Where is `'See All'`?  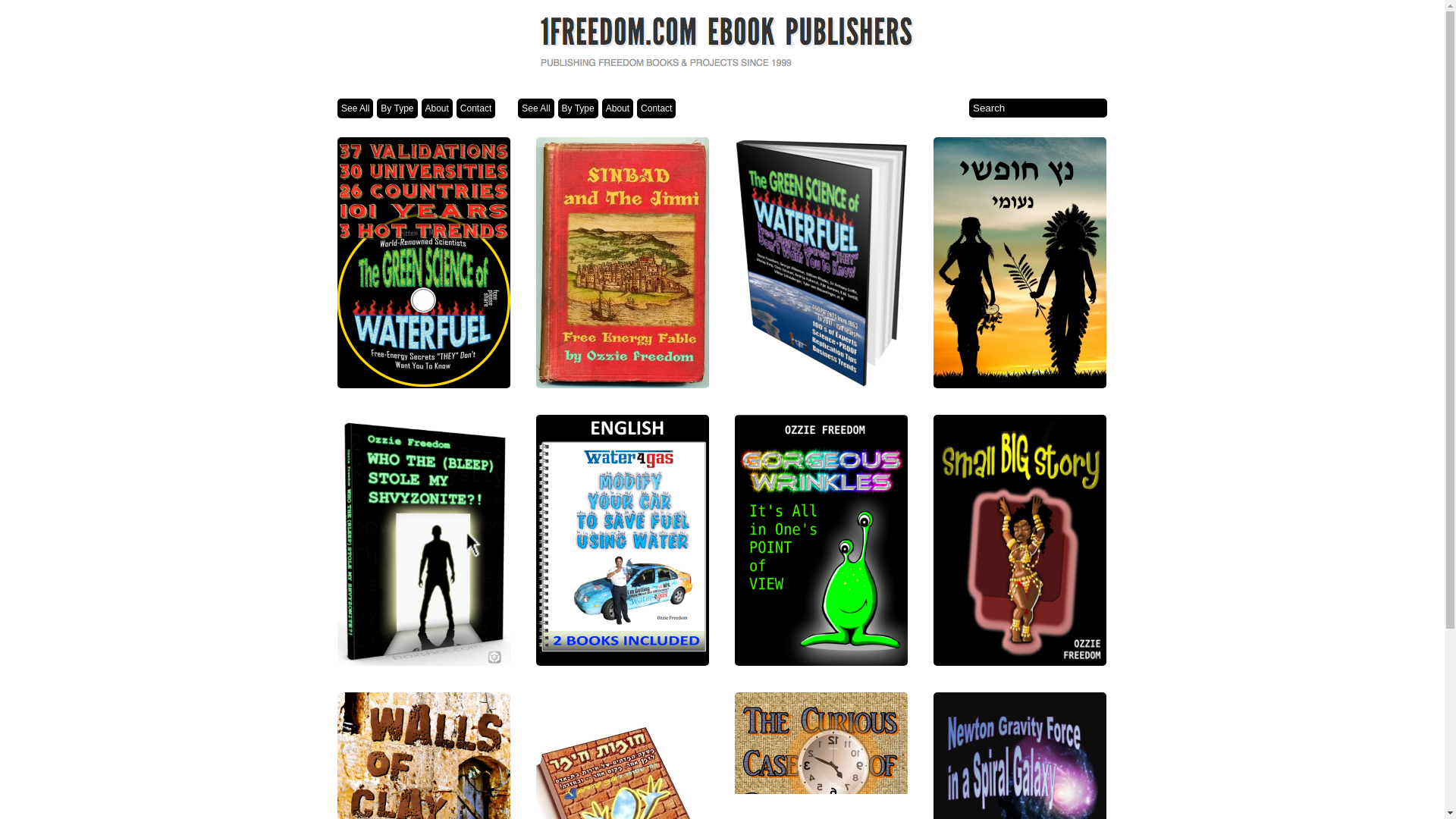
'See All' is located at coordinates (517, 107).